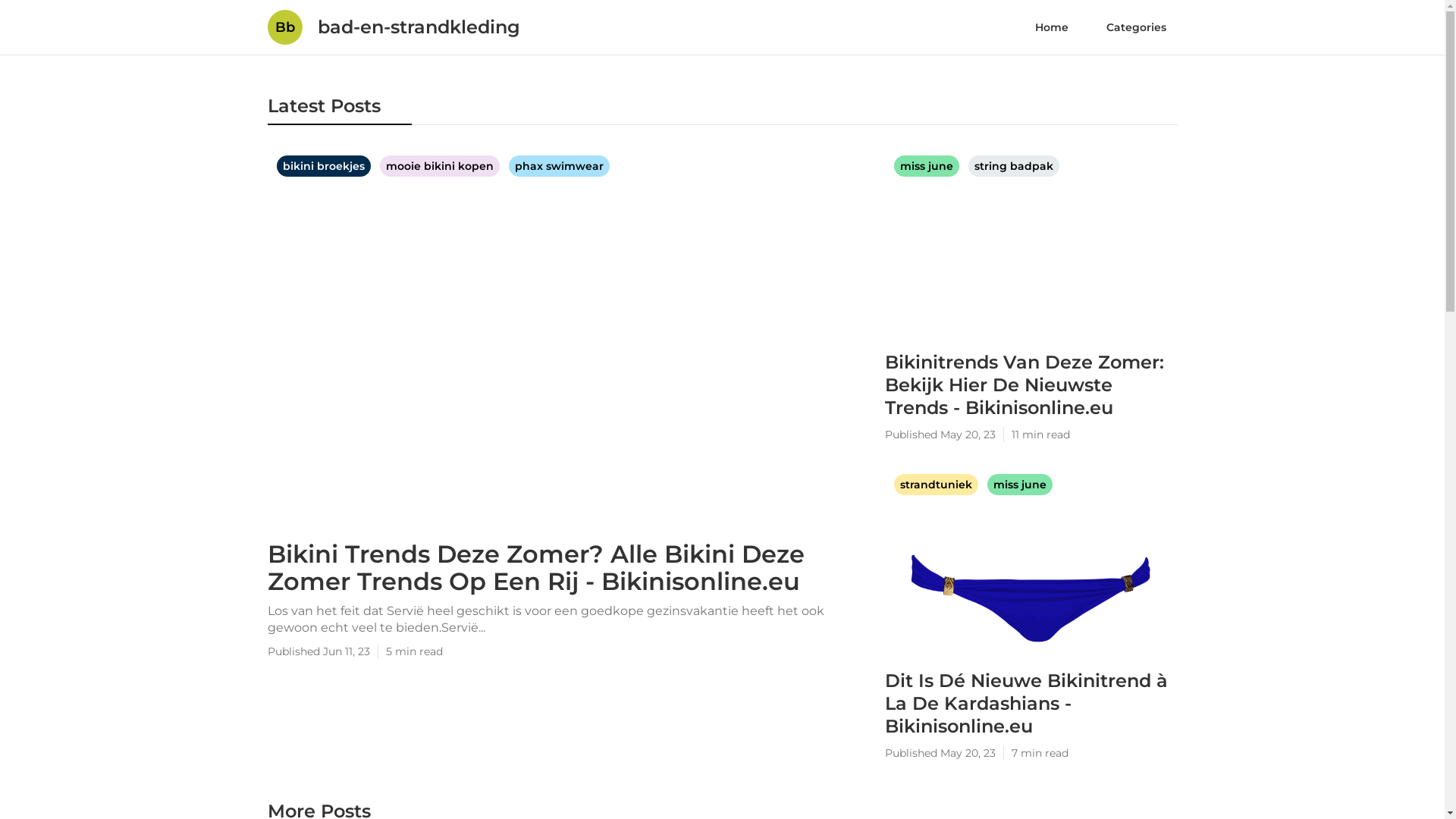 Image resolution: width=1456 pixels, height=819 pixels. What do you see at coordinates (967, 166) in the screenshot?
I see `'string badpak'` at bounding box center [967, 166].